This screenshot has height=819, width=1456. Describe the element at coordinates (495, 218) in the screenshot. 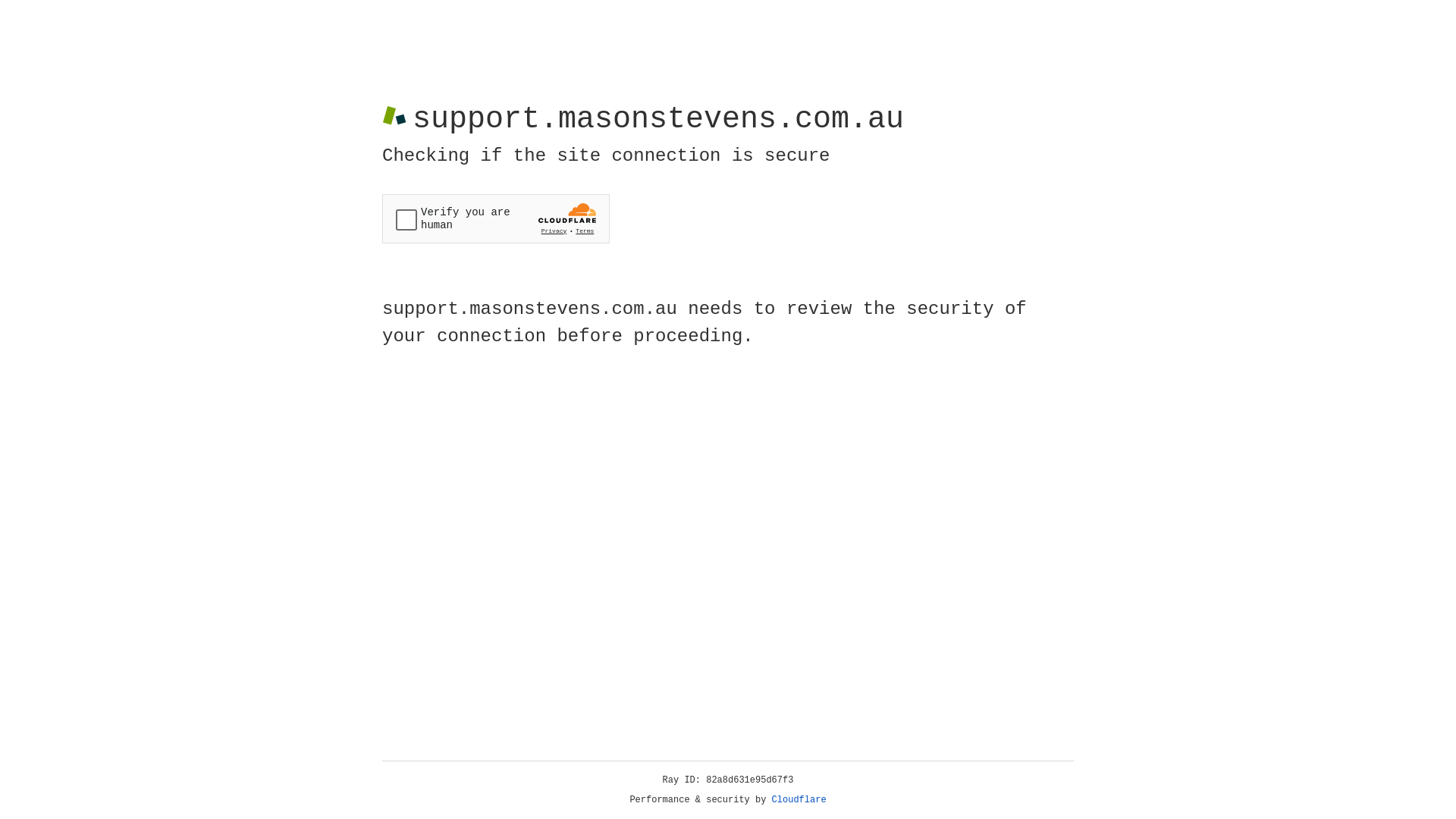

I see `'Widget containing a Cloudflare security challenge'` at that location.